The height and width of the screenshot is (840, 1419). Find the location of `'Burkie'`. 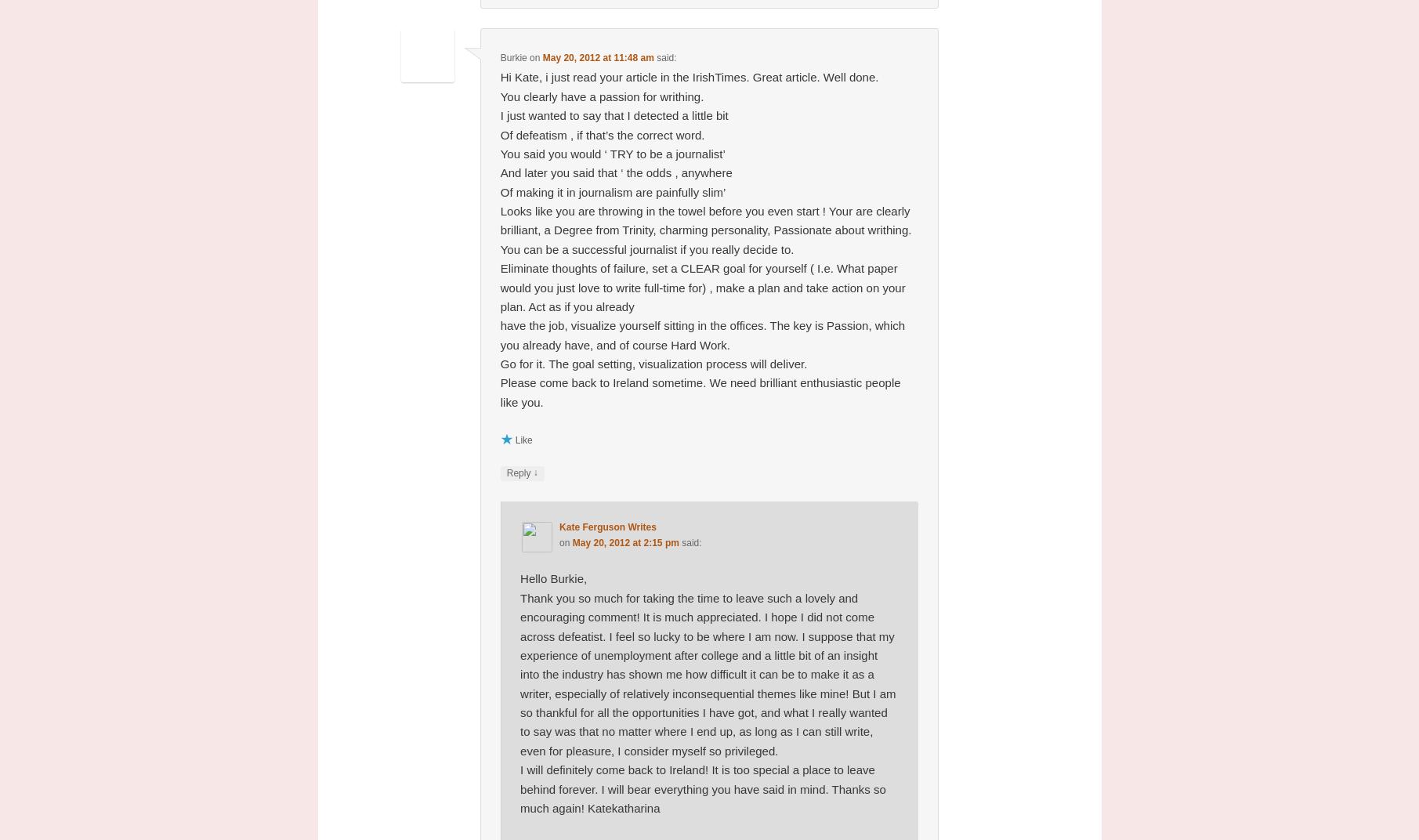

'Burkie' is located at coordinates (513, 57).